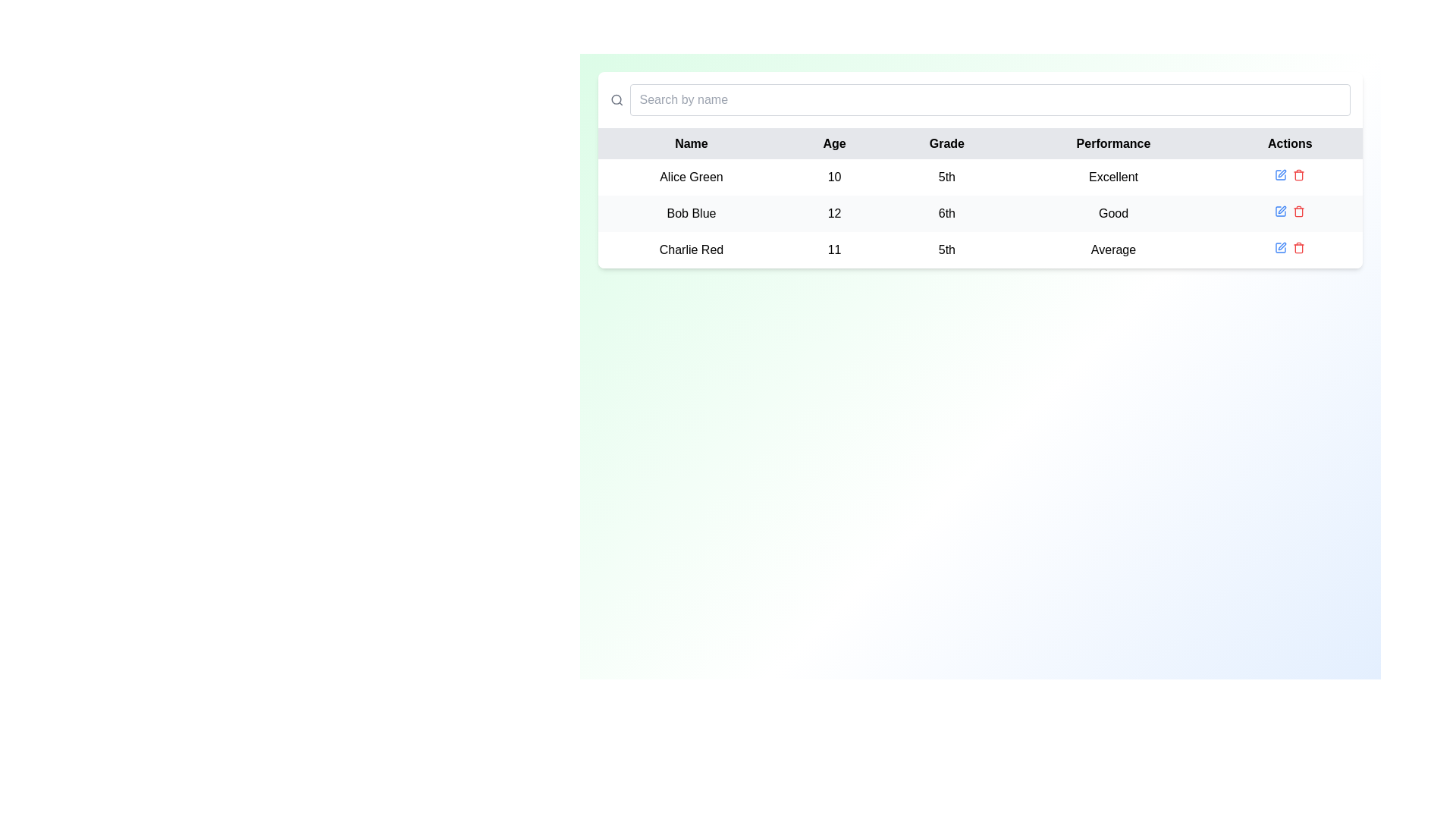  I want to click on the 'Name' label in the header row of the table, which is styled with bold text and positioned as the first column header, so click(691, 143).